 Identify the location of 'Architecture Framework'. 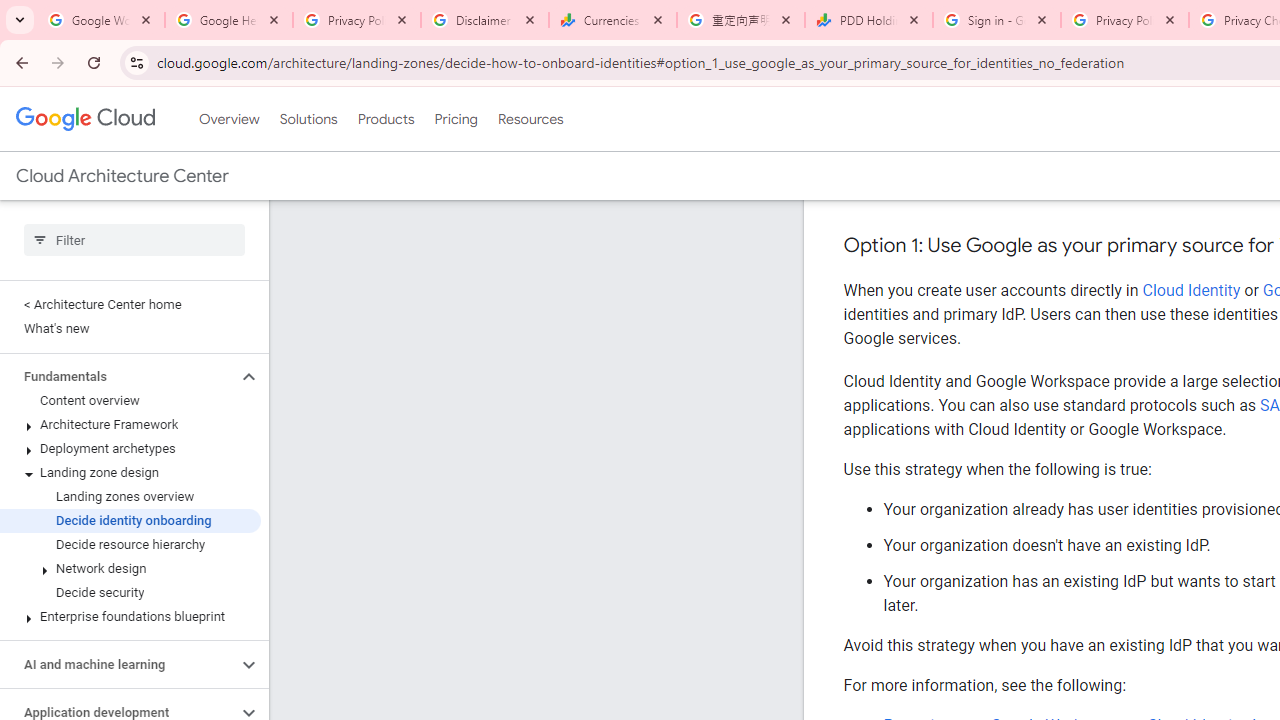
(129, 424).